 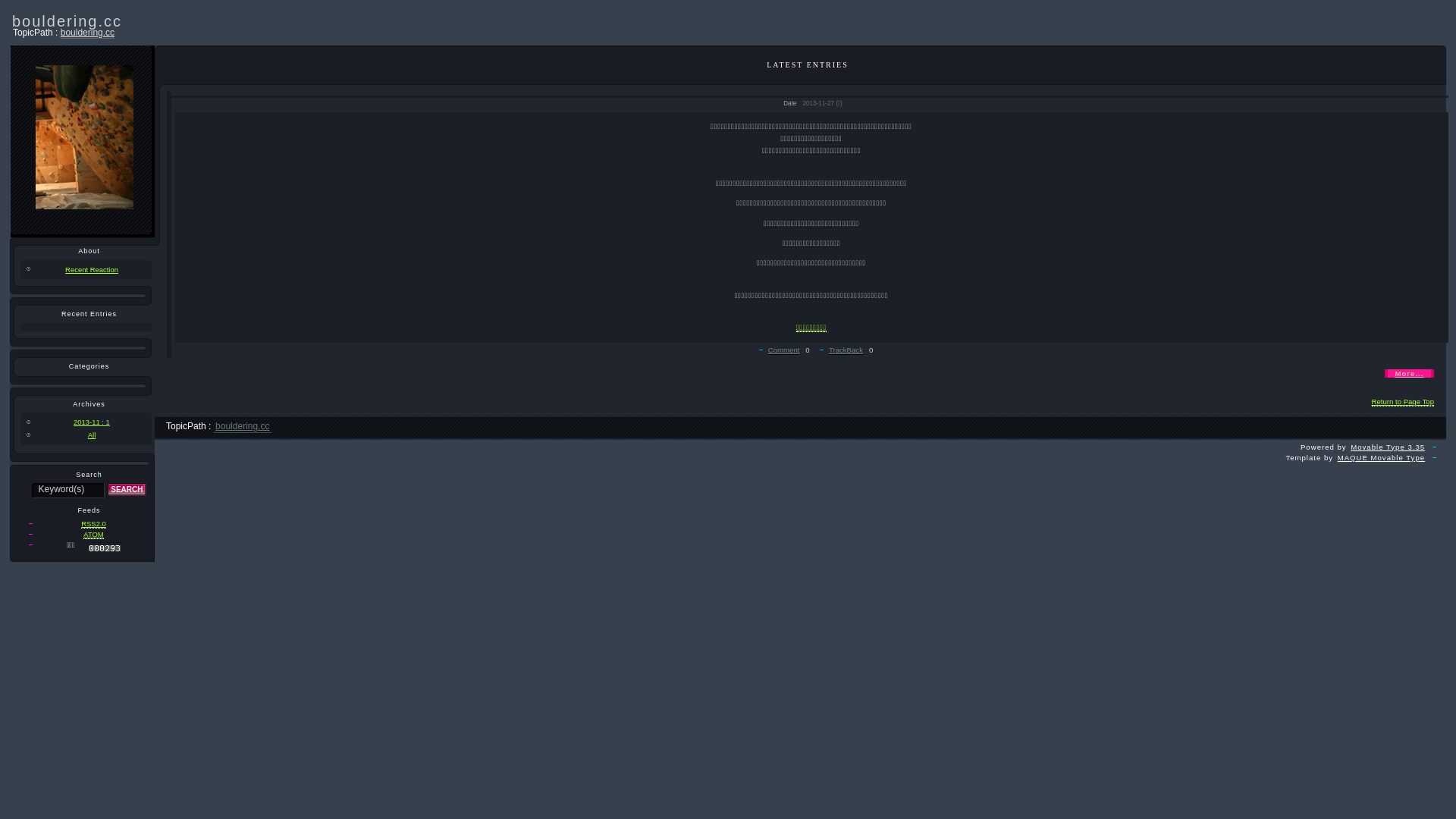 I want to click on 'Recent Reaction', so click(x=85, y=268).